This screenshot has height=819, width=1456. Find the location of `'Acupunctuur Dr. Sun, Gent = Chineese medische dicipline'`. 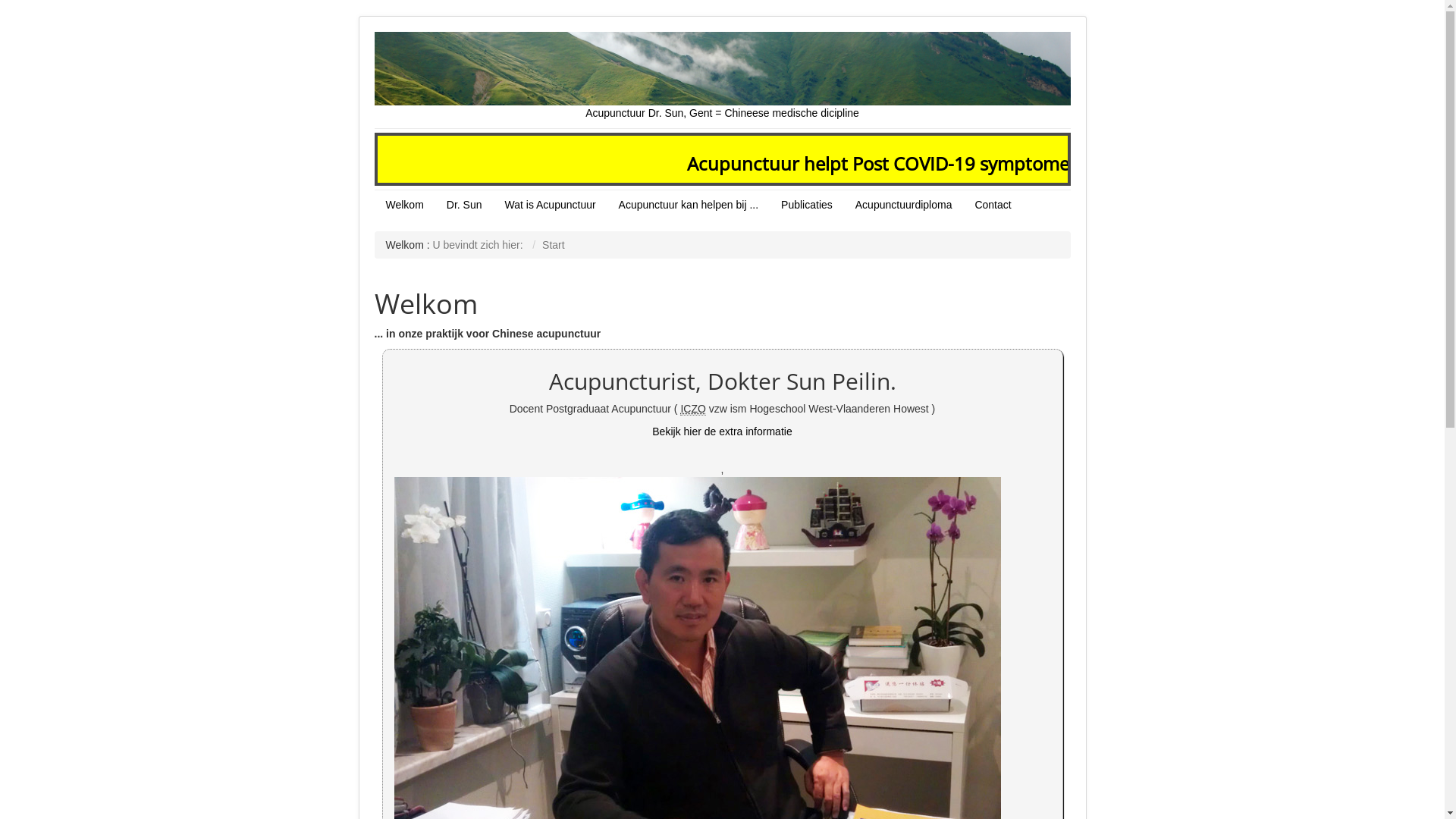

'Acupunctuur Dr. Sun, Gent = Chineese medische dicipline' is located at coordinates (722, 76).